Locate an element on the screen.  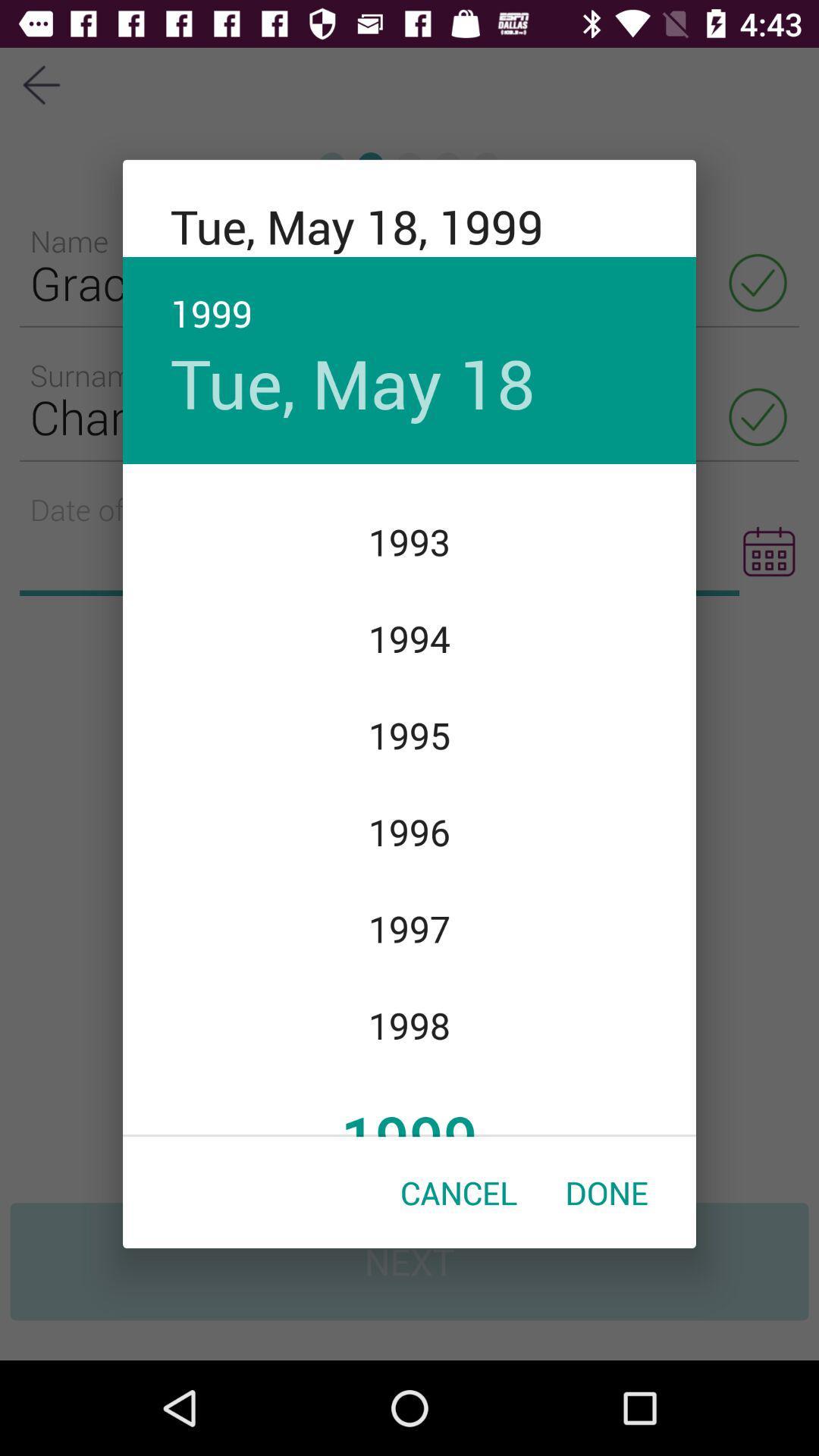
icon below the 1999 item is located at coordinates (458, 1191).